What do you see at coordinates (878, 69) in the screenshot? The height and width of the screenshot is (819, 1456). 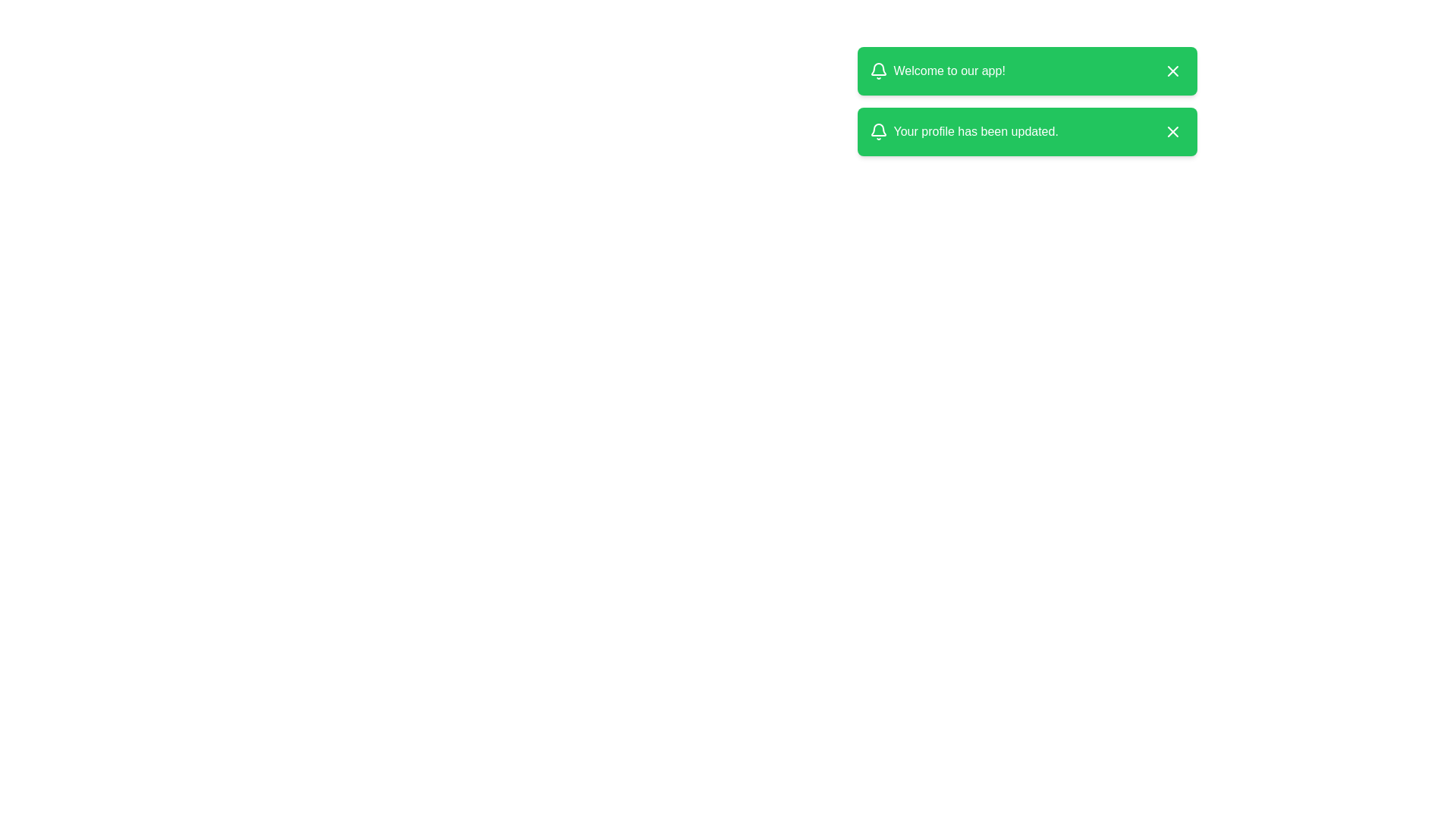 I see `the vector graphic icon representing notifications, located to the left of the text 'Your profile has been updated.' in the second green notification bar from the top` at bounding box center [878, 69].